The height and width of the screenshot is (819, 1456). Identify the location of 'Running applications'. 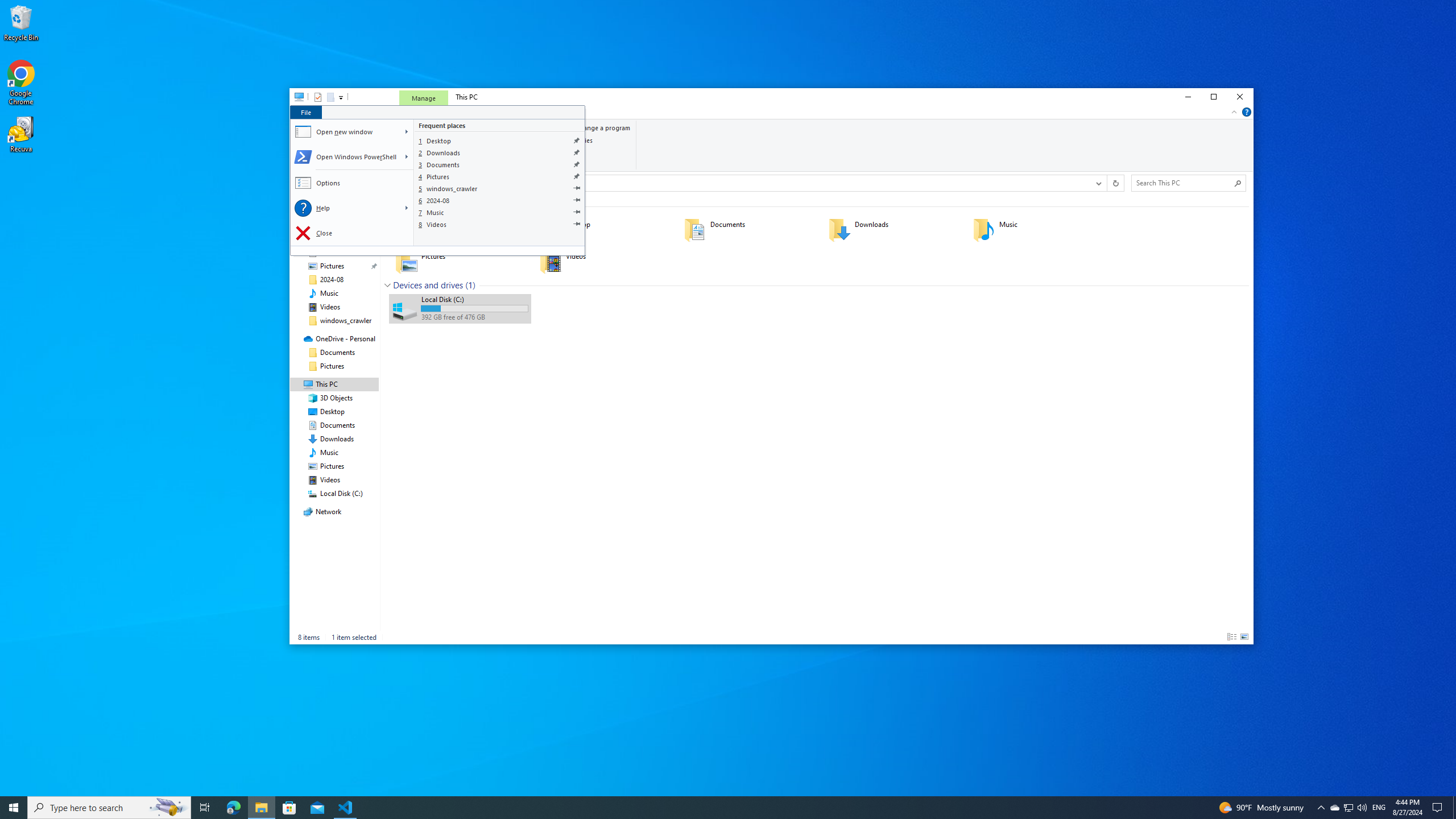
(706, 806).